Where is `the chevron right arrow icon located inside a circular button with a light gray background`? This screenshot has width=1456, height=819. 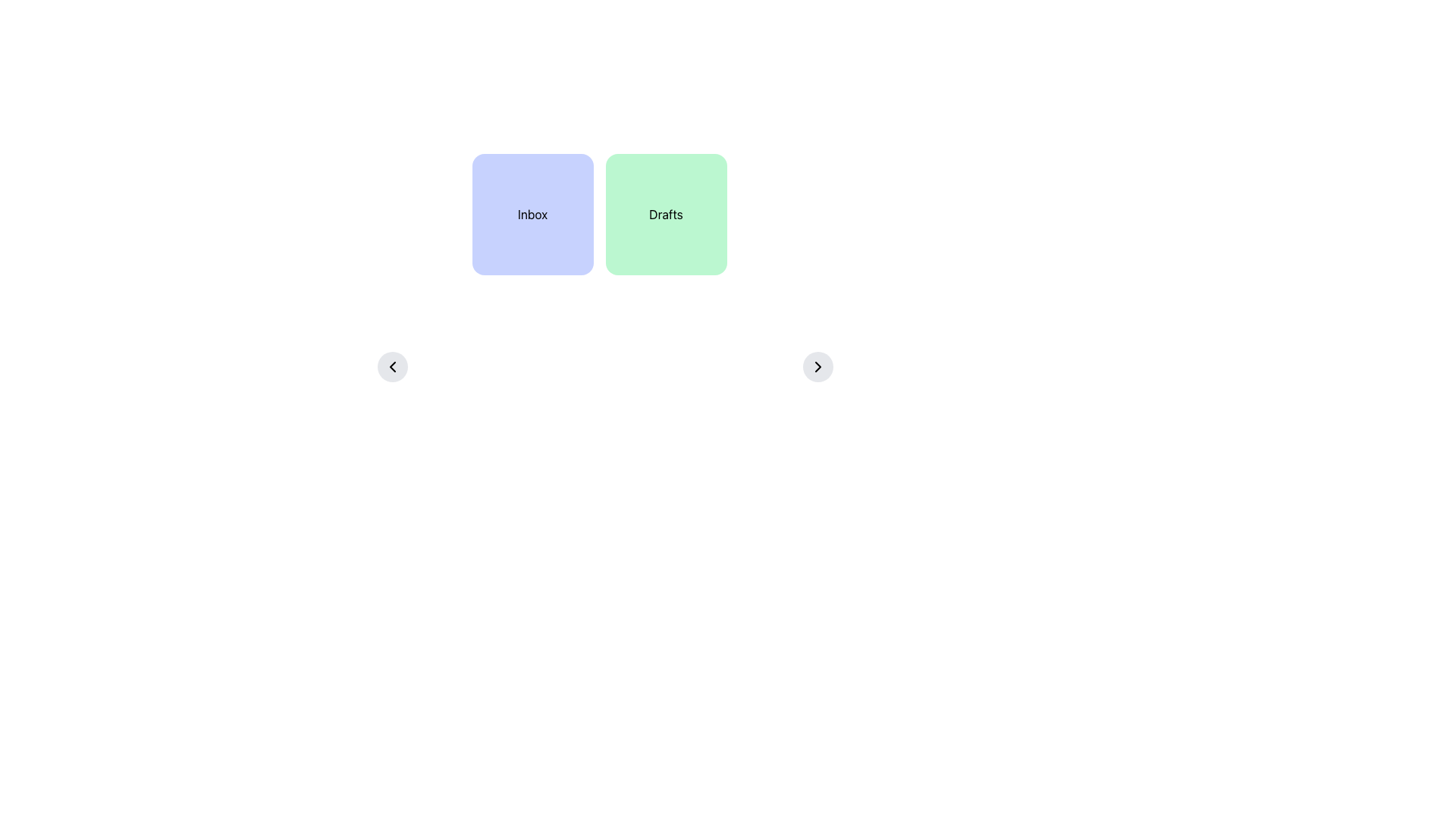 the chevron right arrow icon located inside a circular button with a light gray background is located at coordinates (817, 366).